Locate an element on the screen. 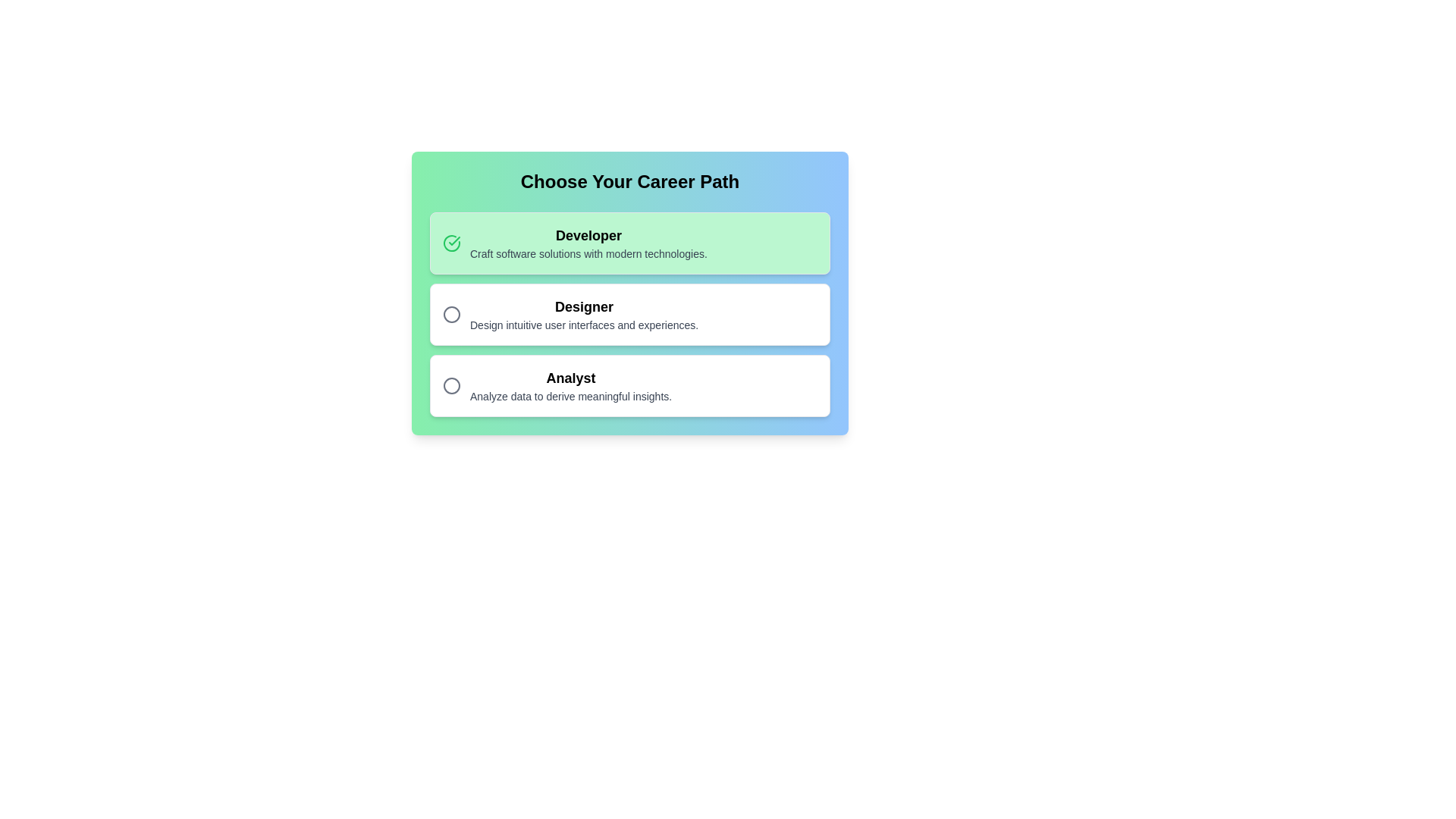 The height and width of the screenshot is (819, 1456). the text block that displays information about the 'Analyst' career choice, which is located in the third card of a vertically-aligned selection interface beneath the 'Designer' card is located at coordinates (570, 385).